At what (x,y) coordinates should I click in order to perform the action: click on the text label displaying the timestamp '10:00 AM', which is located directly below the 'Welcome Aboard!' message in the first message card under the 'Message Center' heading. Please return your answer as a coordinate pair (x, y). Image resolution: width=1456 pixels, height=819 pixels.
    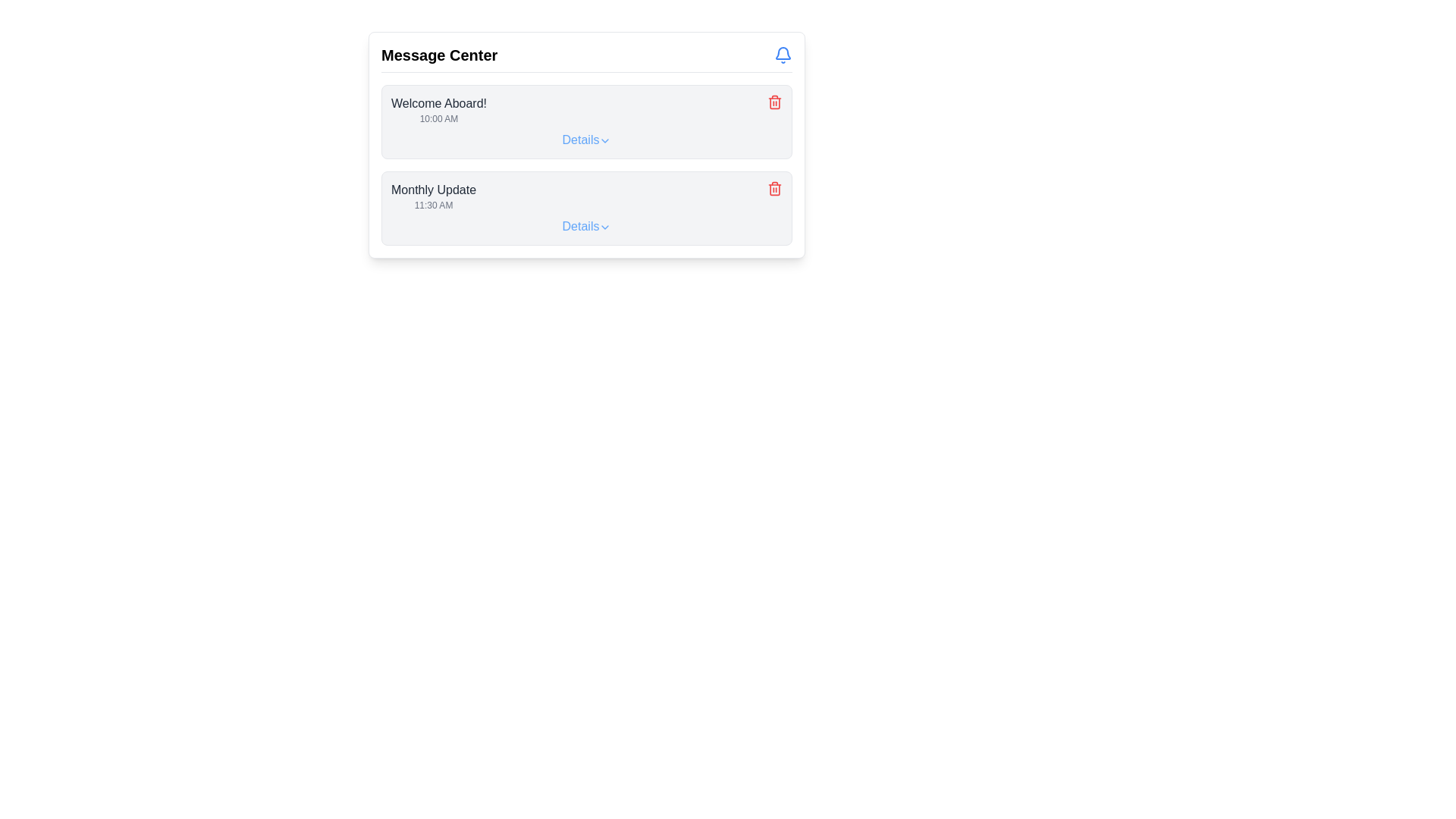
    Looking at the image, I should click on (438, 118).